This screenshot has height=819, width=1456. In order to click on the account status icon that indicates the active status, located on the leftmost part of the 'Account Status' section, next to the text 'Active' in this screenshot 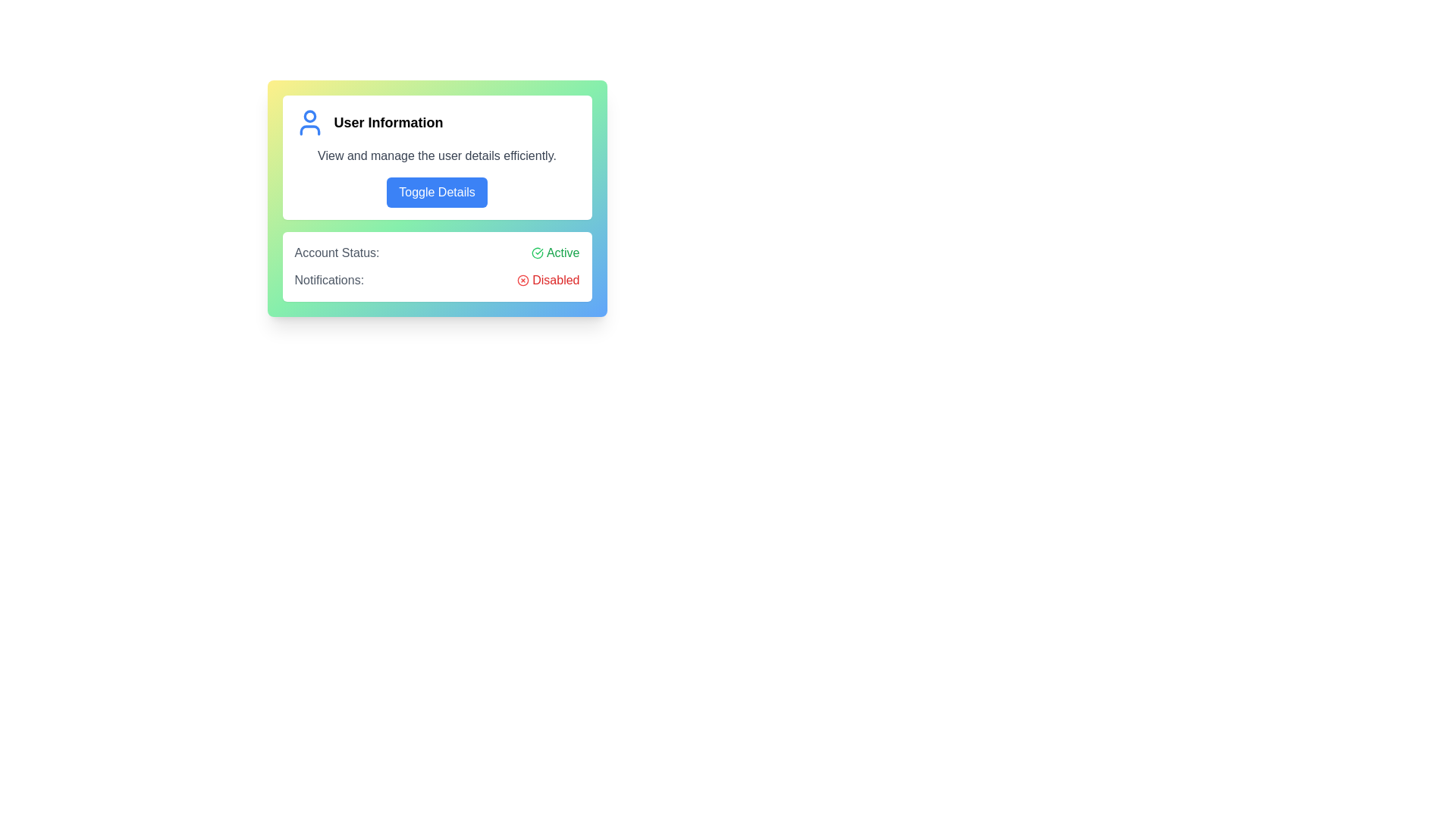, I will do `click(537, 253)`.